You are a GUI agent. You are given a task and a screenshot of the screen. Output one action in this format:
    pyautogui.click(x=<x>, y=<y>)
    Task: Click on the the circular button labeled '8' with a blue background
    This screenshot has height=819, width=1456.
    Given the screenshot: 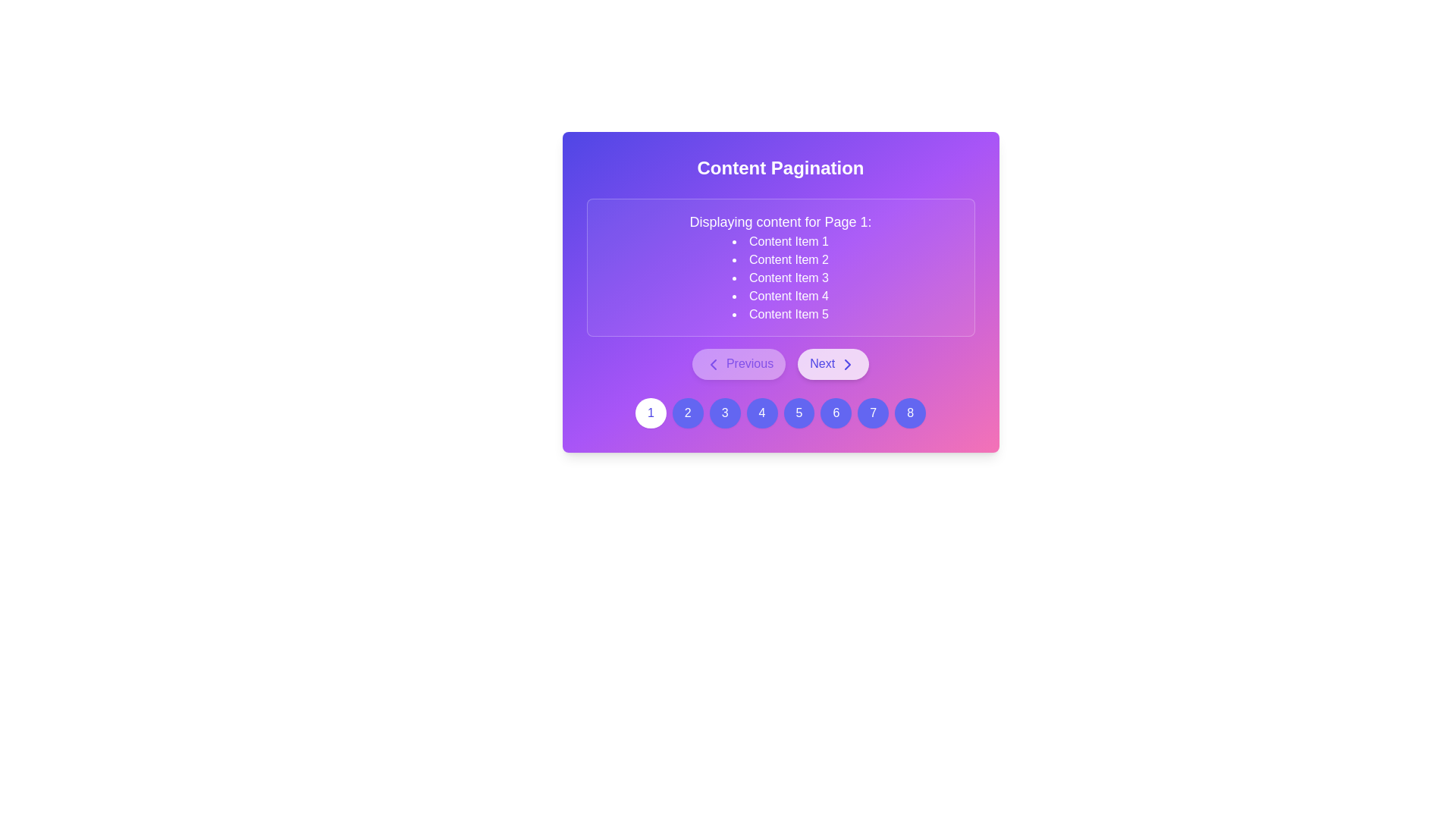 What is the action you would take?
    pyautogui.click(x=910, y=413)
    